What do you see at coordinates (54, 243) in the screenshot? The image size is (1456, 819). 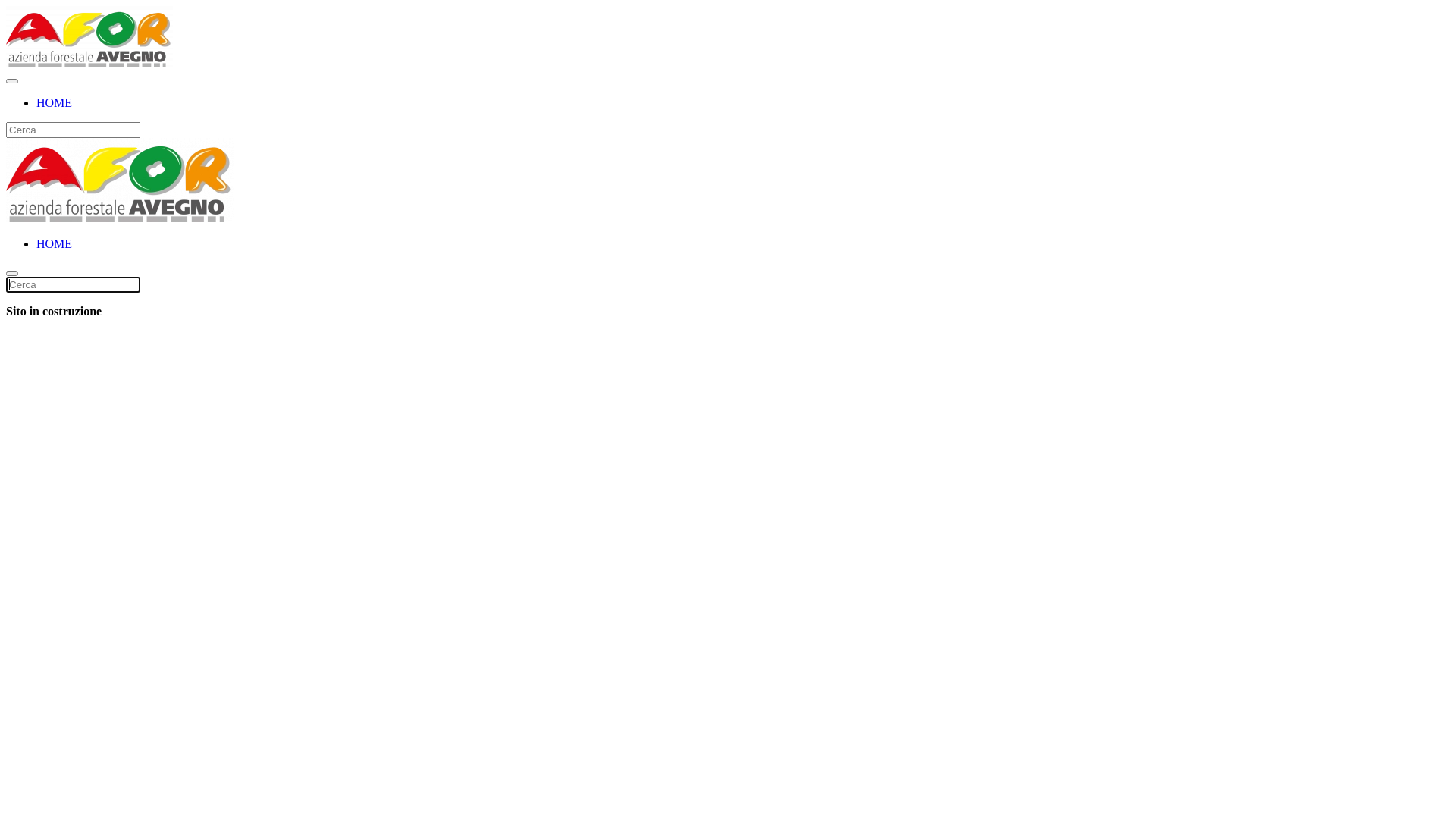 I see `'HOME'` at bounding box center [54, 243].